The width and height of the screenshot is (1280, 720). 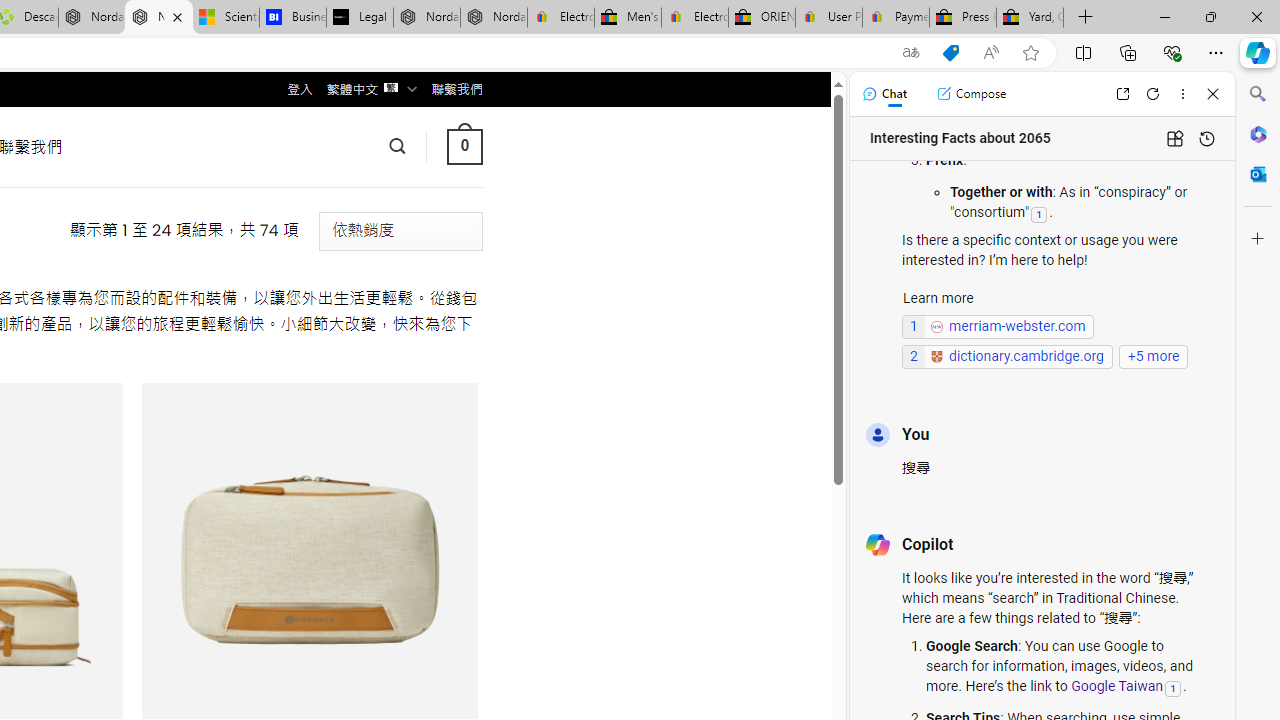 What do you see at coordinates (695, 17) in the screenshot?
I see `'Electronics, Cars, Fashion, Collectibles & More | eBay'` at bounding box center [695, 17].